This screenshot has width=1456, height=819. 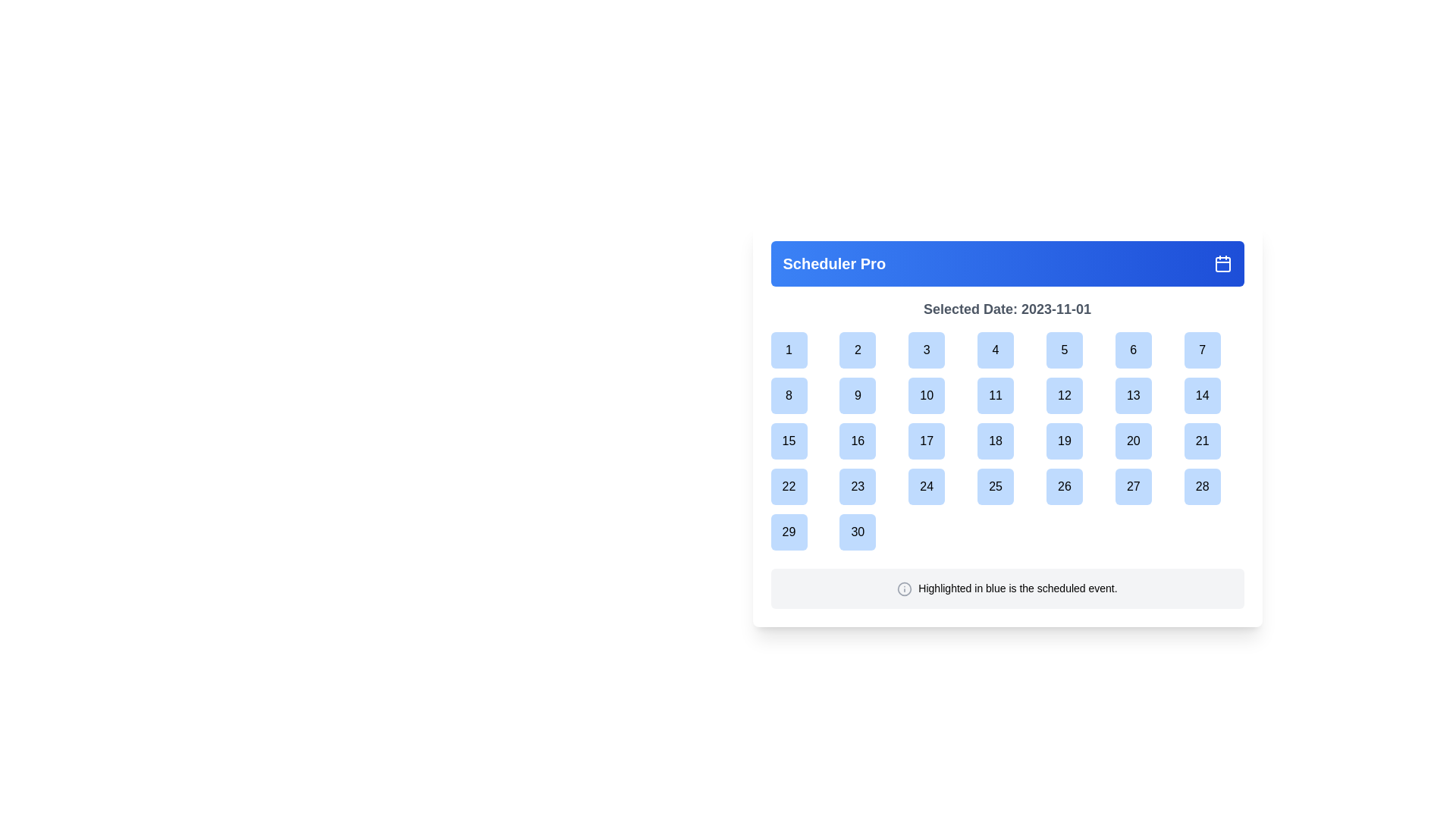 What do you see at coordinates (800, 350) in the screenshot?
I see `the first day of the calendar month represented by the Calendar Day Cell` at bounding box center [800, 350].